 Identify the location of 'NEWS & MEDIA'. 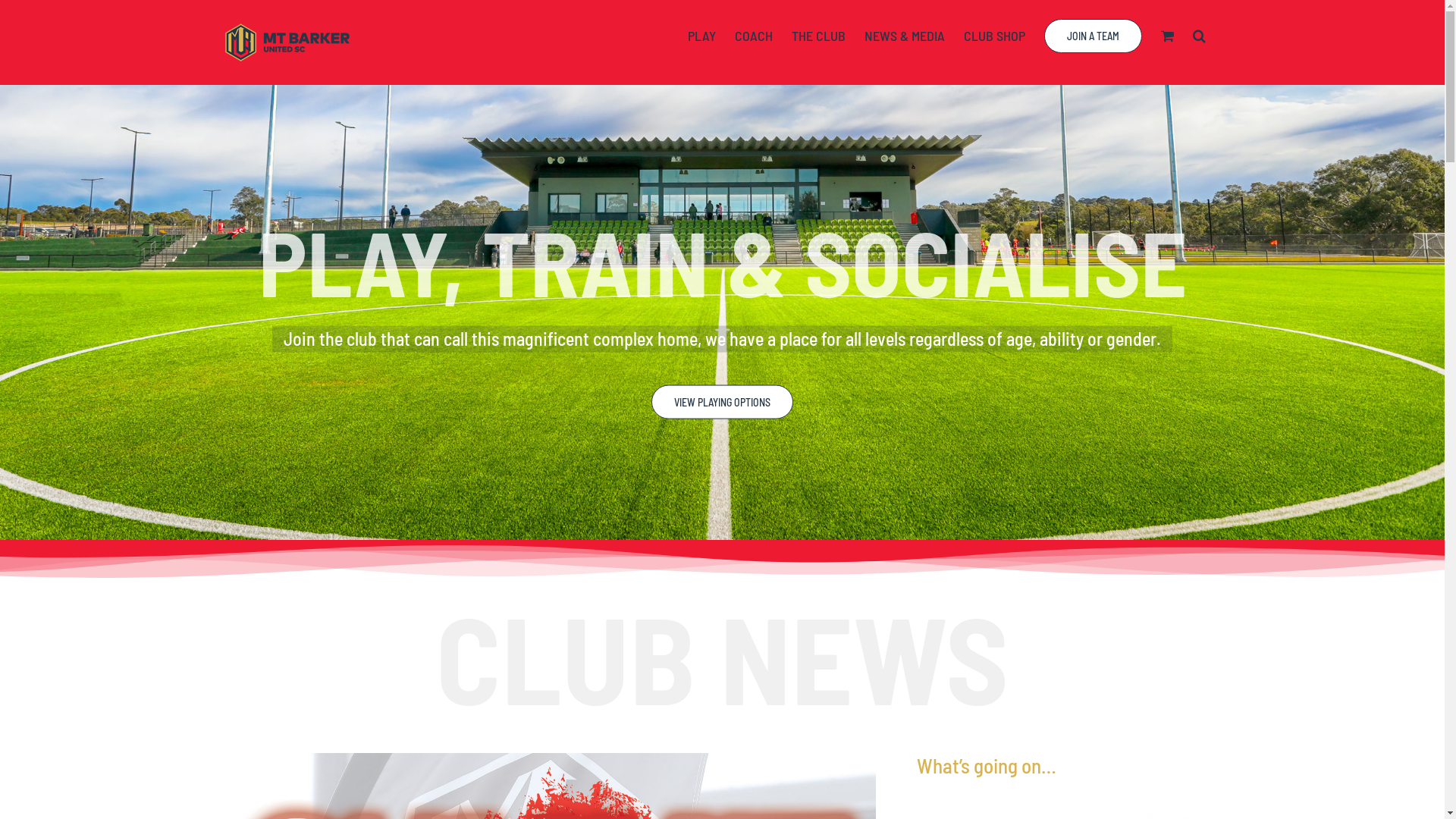
(864, 34).